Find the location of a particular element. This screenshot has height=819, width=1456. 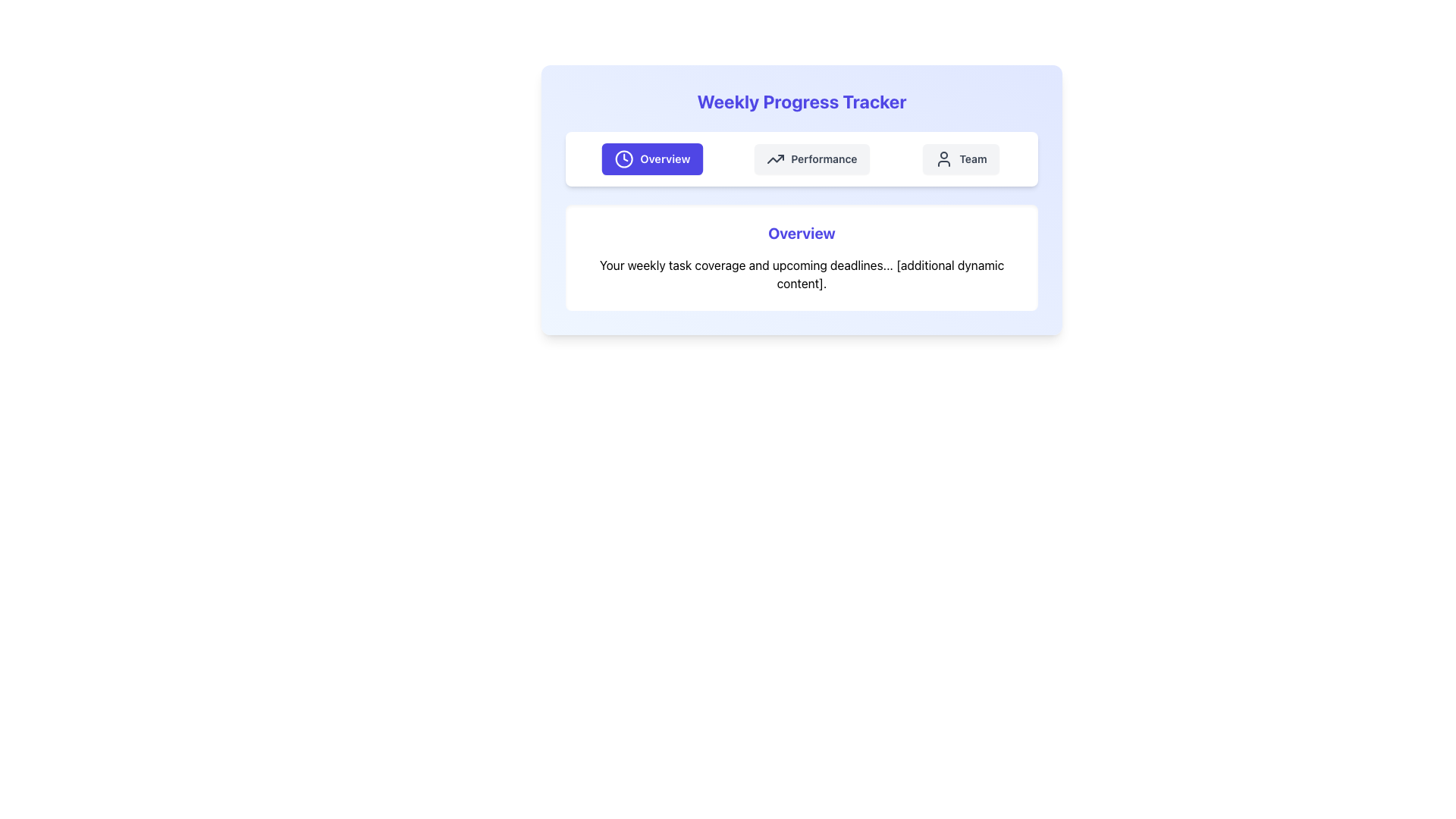

the text label stating 'Your weekly task coverage and upcoming deadlines...' which is positioned directly below the 'Overview' title is located at coordinates (801, 275).